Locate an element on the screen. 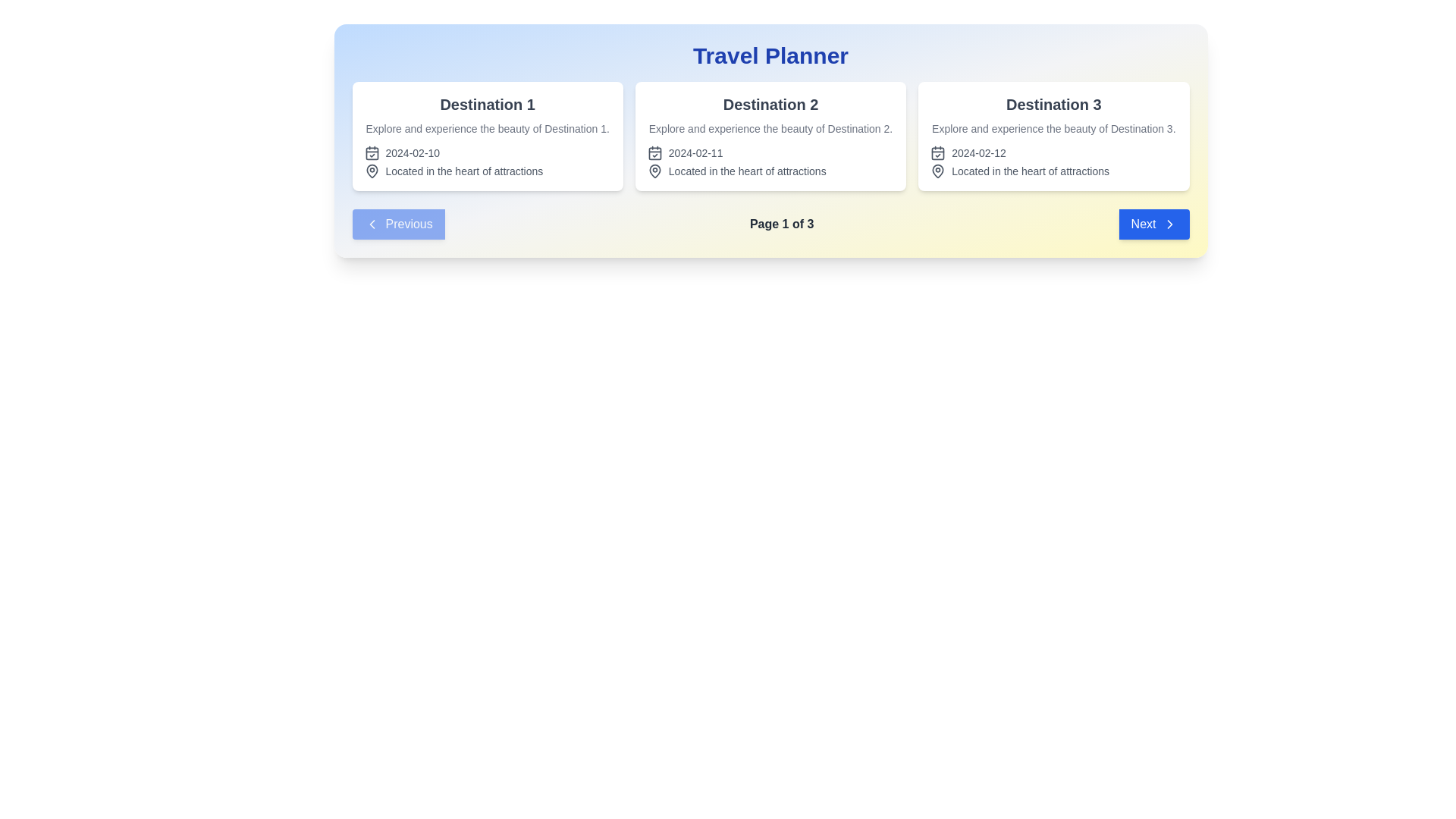 The width and height of the screenshot is (1456, 819). the date block associated with 'Destination 3' is located at coordinates (1053, 152).